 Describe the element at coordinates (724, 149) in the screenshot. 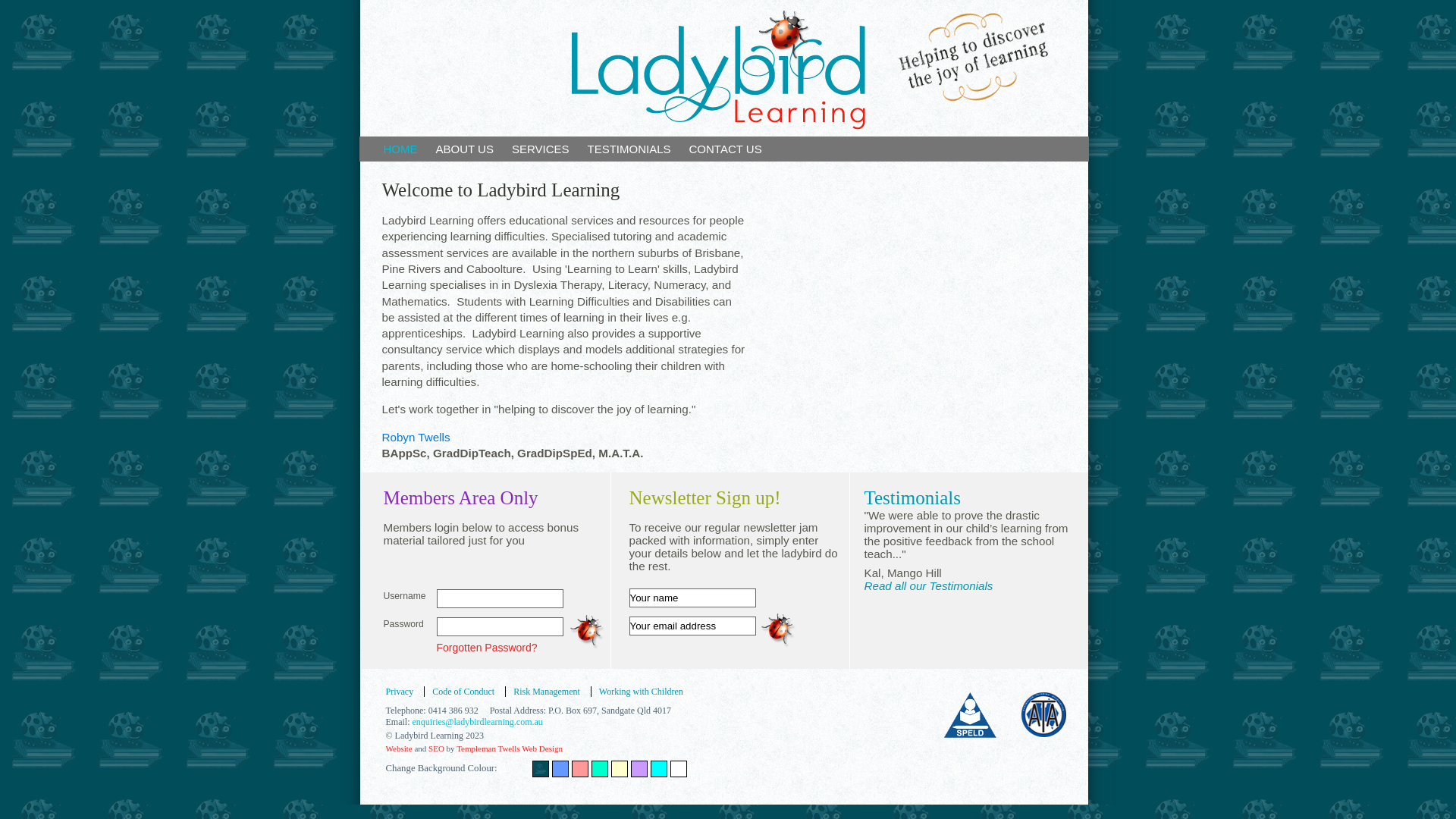

I see `'CONTACT US'` at that location.